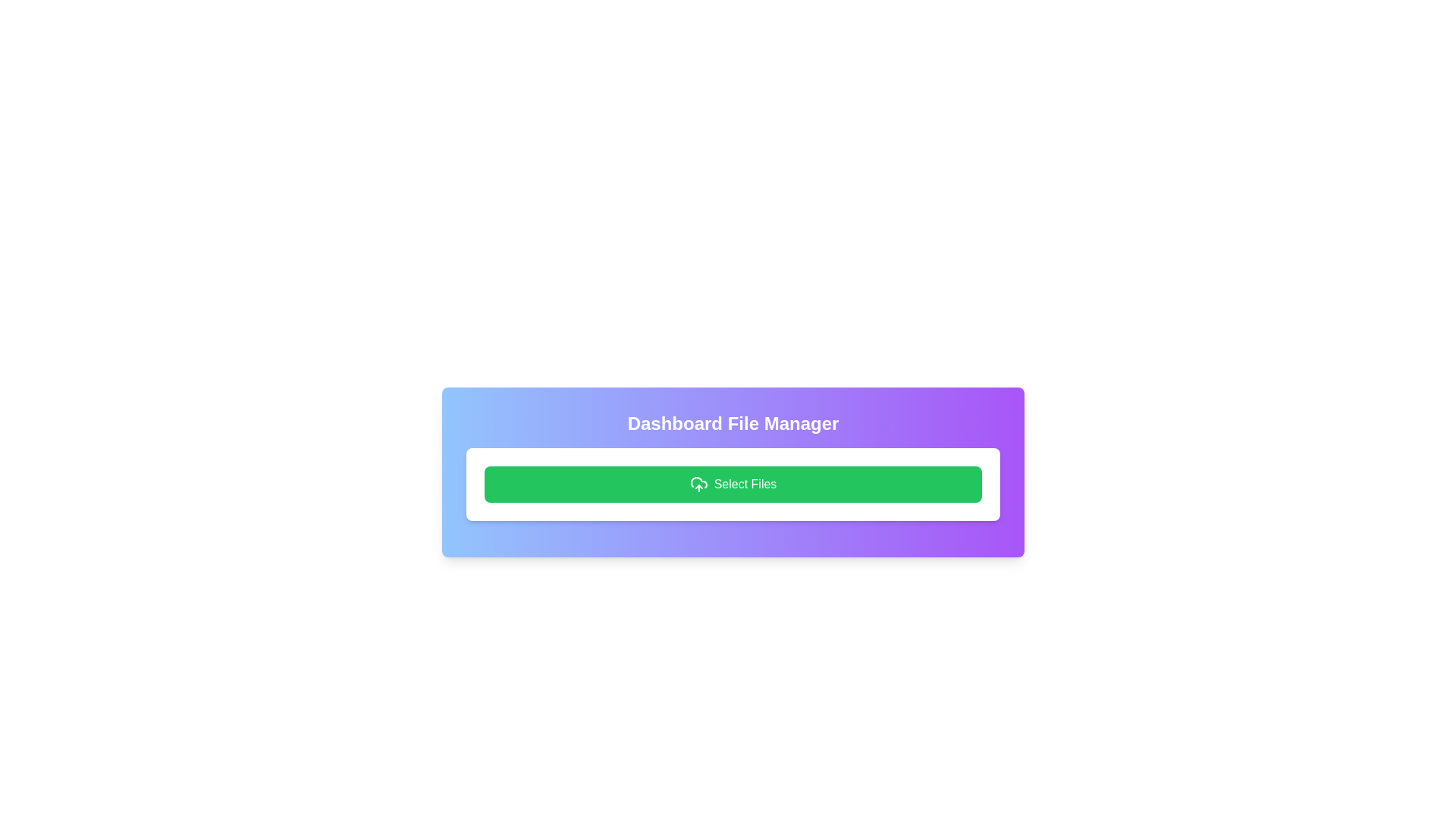 The image size is (1456, 819). I want to click on the cloud upload icon with a green background located to the left of the 'Select Files' button, so click(698, 485).